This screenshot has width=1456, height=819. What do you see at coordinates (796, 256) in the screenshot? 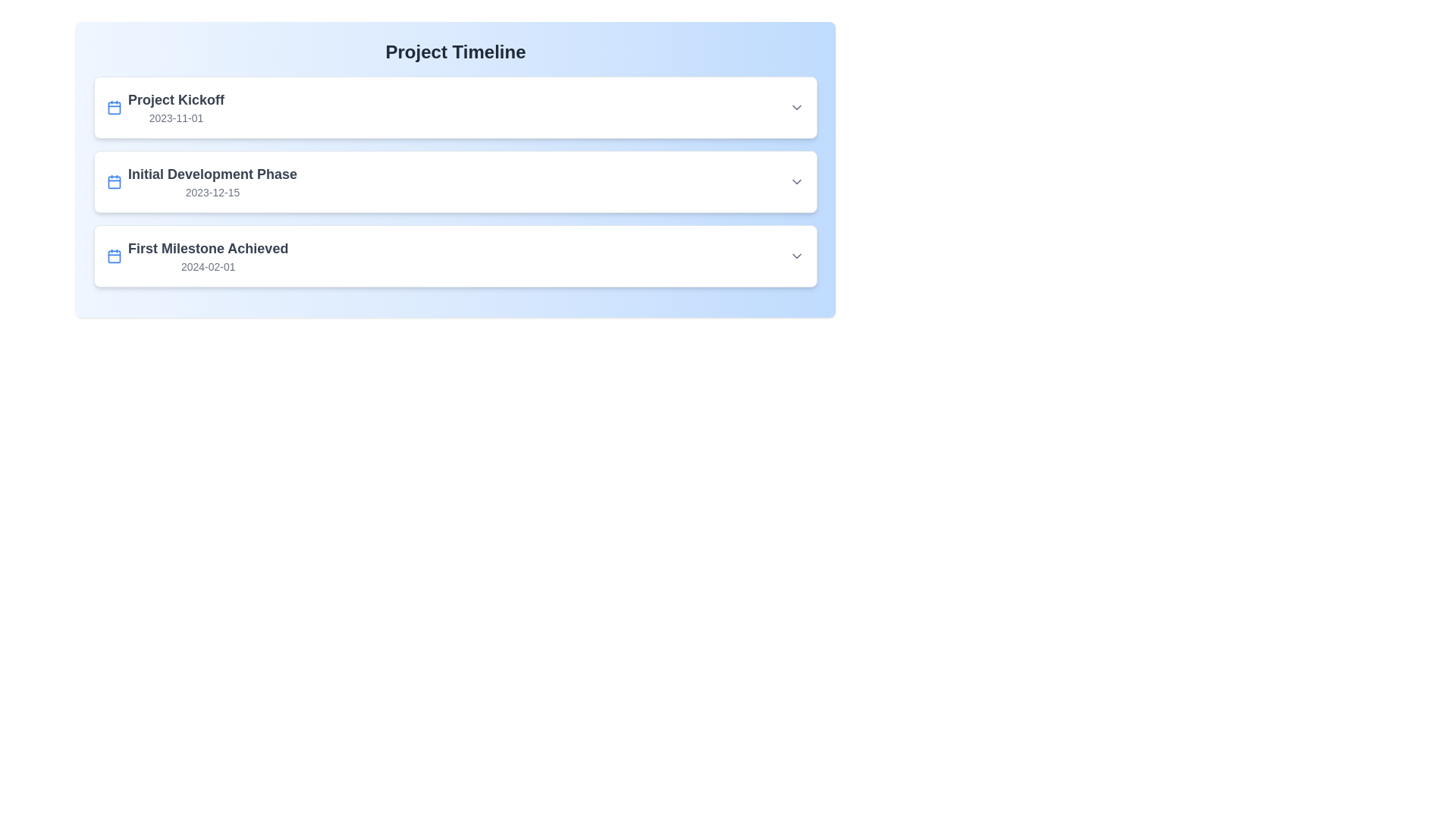
I see `the downward-pointing caret icon button located to the right of the 'First Milestone Achieved' milestone entry` at bounding box center [796, 256].